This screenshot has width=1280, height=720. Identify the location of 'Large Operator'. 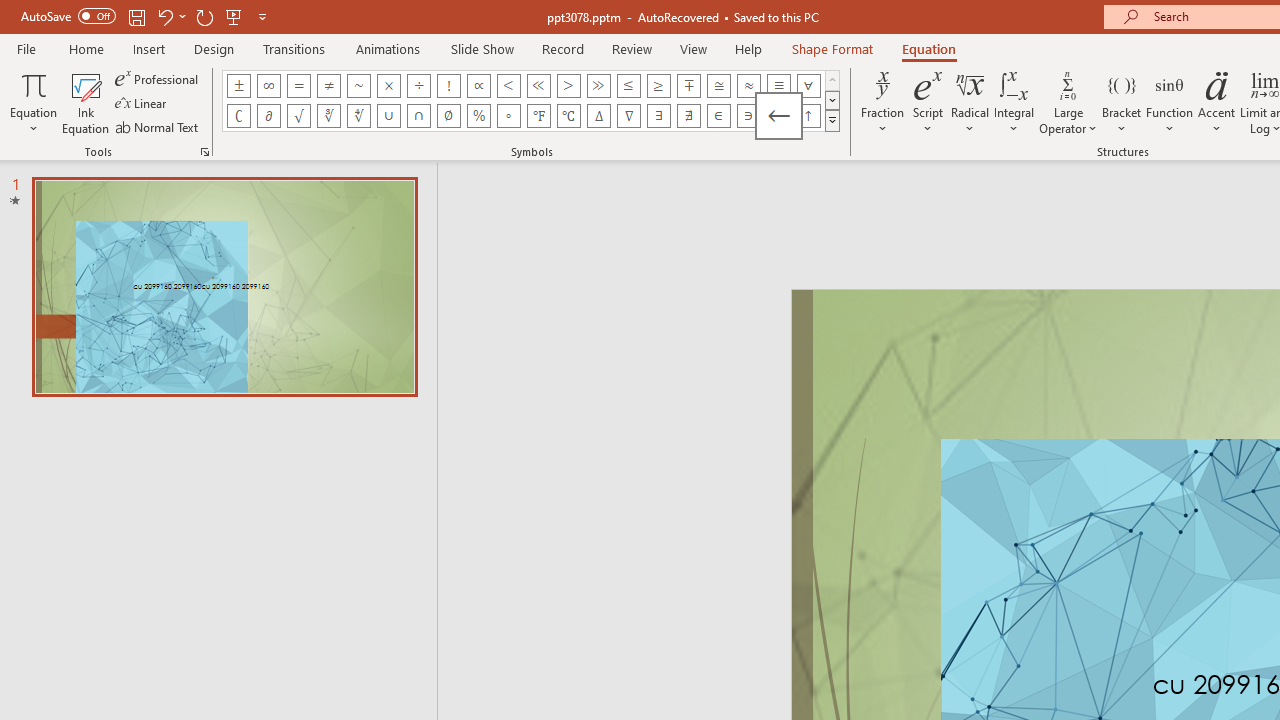
(1067, 103).